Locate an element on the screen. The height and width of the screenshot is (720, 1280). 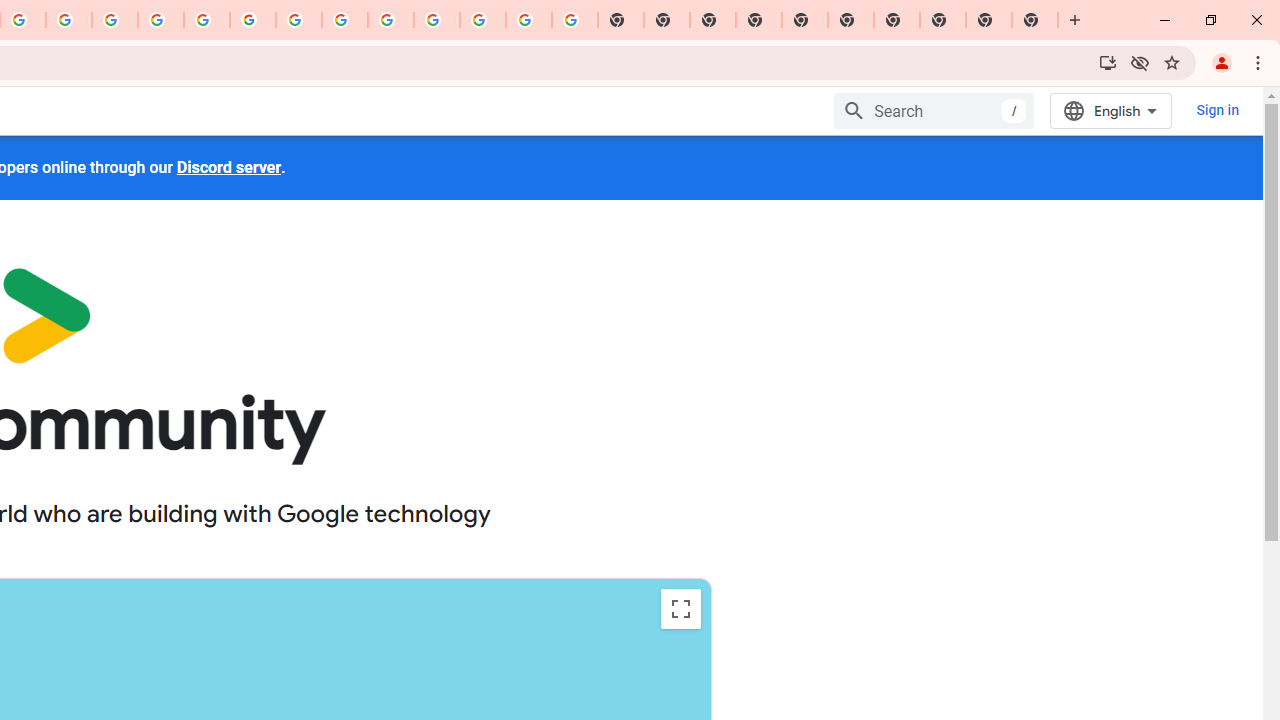
'Discord server' is located at coordinates (229, 166).